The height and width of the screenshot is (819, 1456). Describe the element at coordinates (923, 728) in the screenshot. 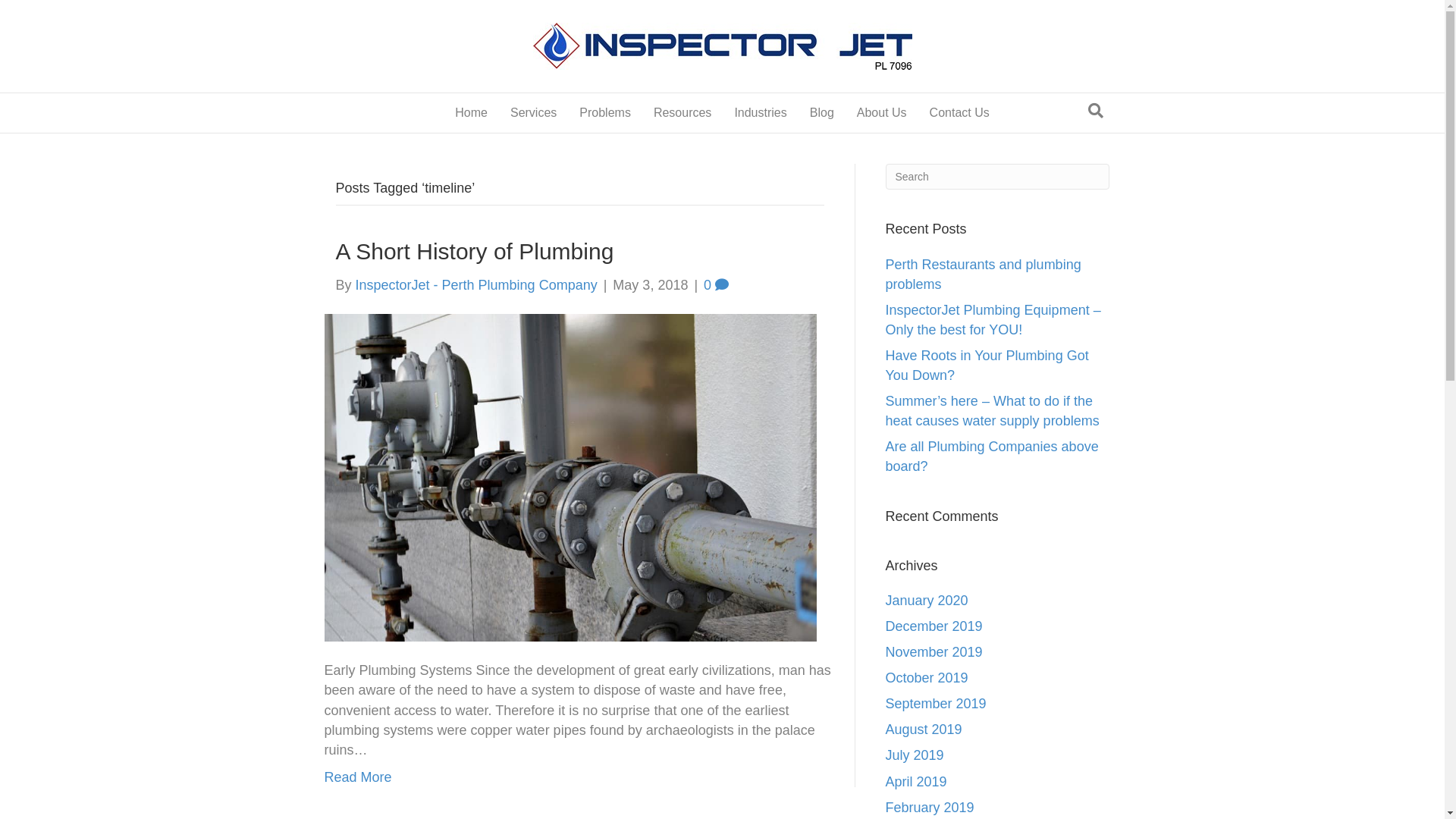

I see `'August 2019'` at that location.